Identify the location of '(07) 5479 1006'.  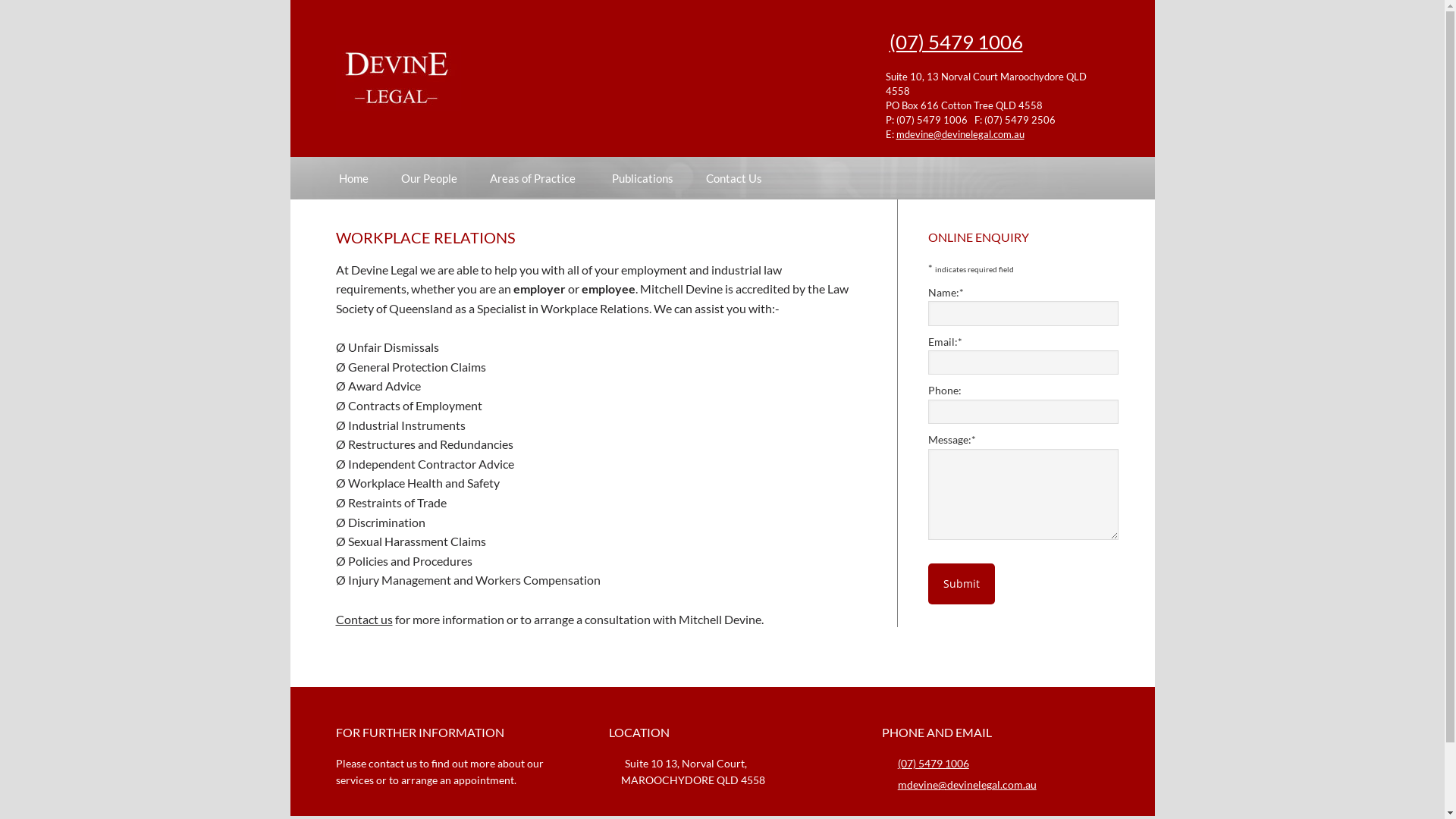
(954, 40).